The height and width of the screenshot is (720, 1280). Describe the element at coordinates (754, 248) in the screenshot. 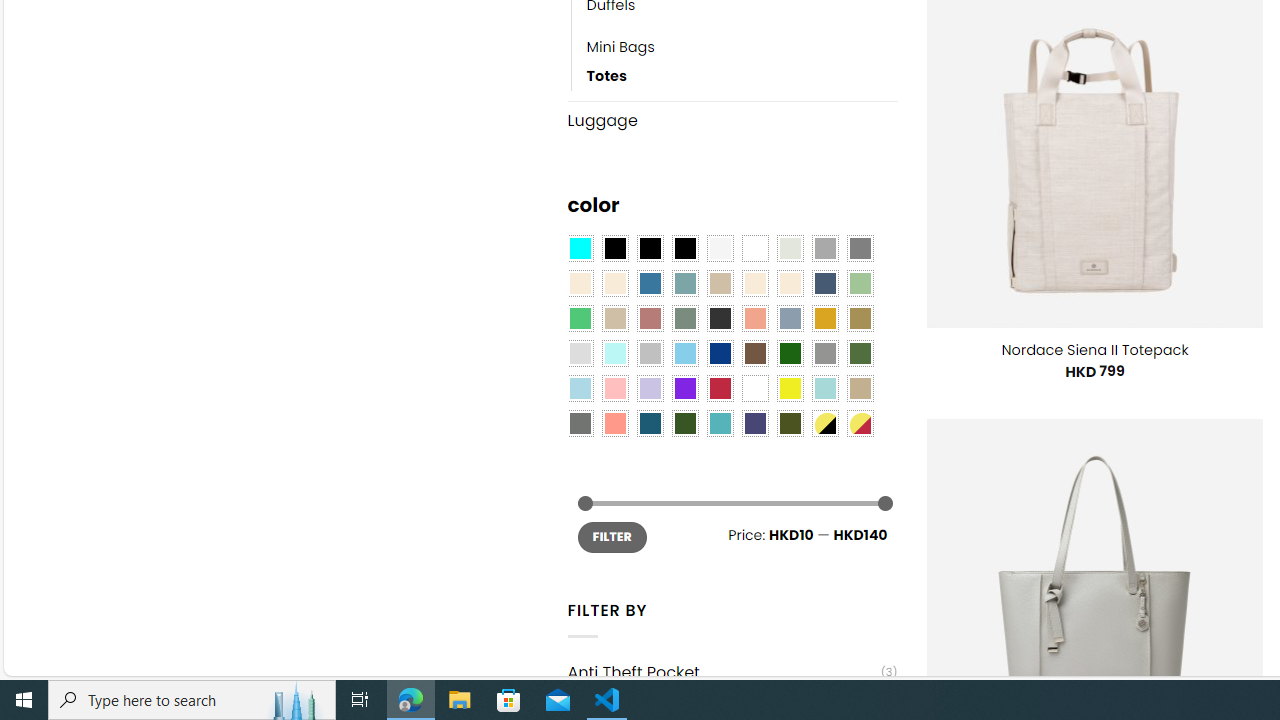

I see `'Clear'` at that location.